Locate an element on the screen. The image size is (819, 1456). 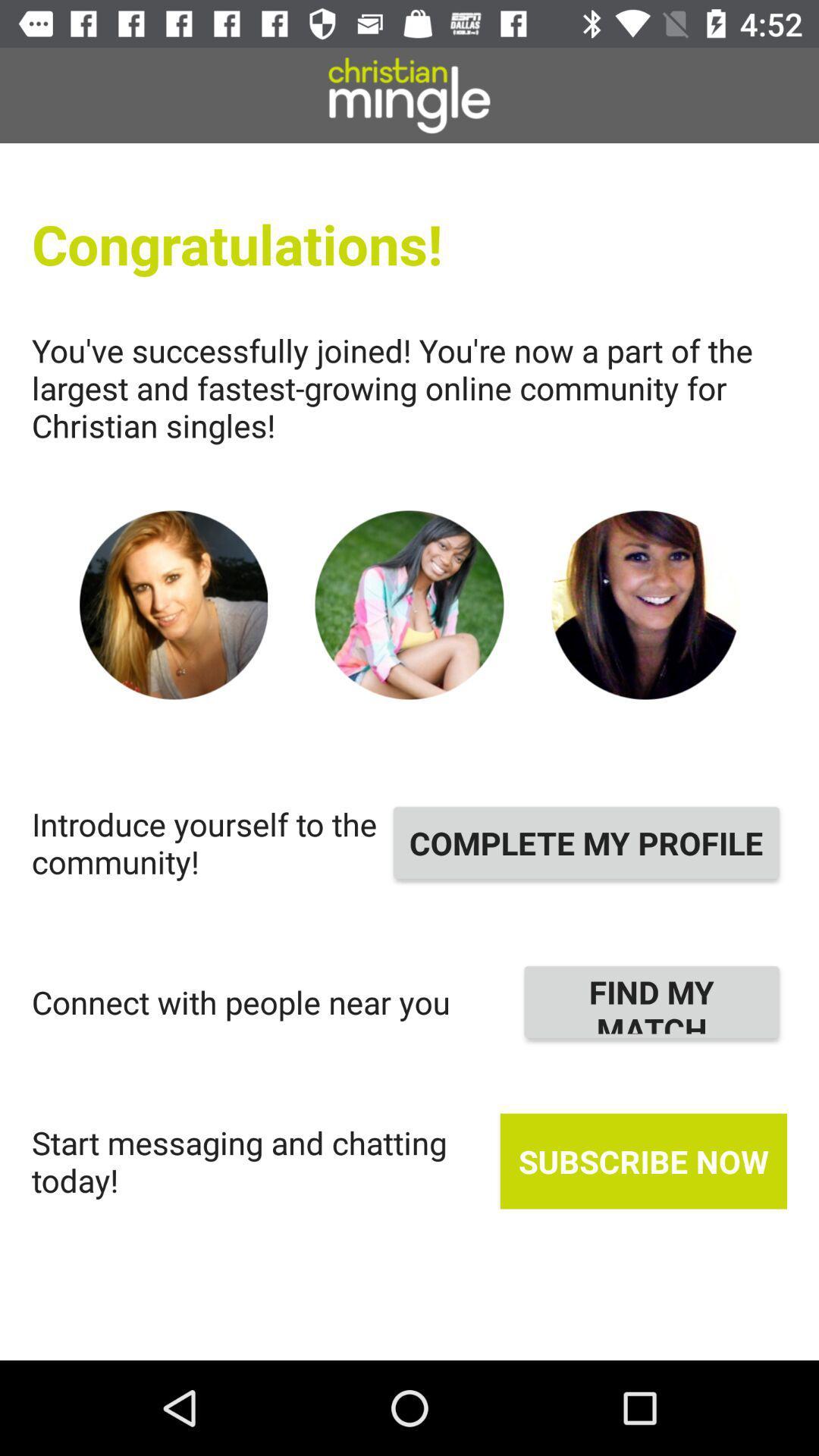
the subscribe now icon is located at coordinates (643, 1160).